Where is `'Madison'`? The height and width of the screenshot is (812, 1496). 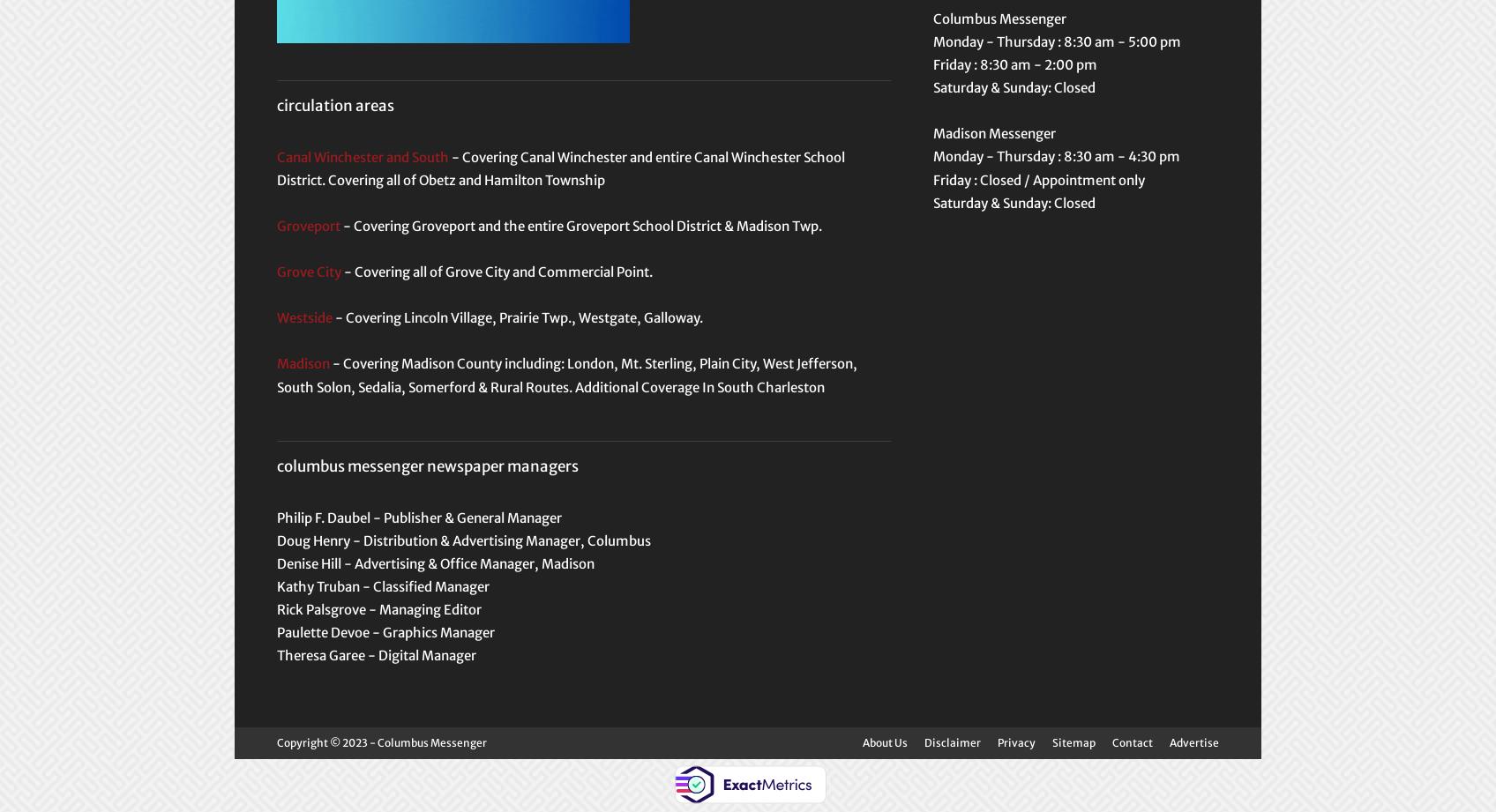
'Madison' is located at coordinates (303, 363).